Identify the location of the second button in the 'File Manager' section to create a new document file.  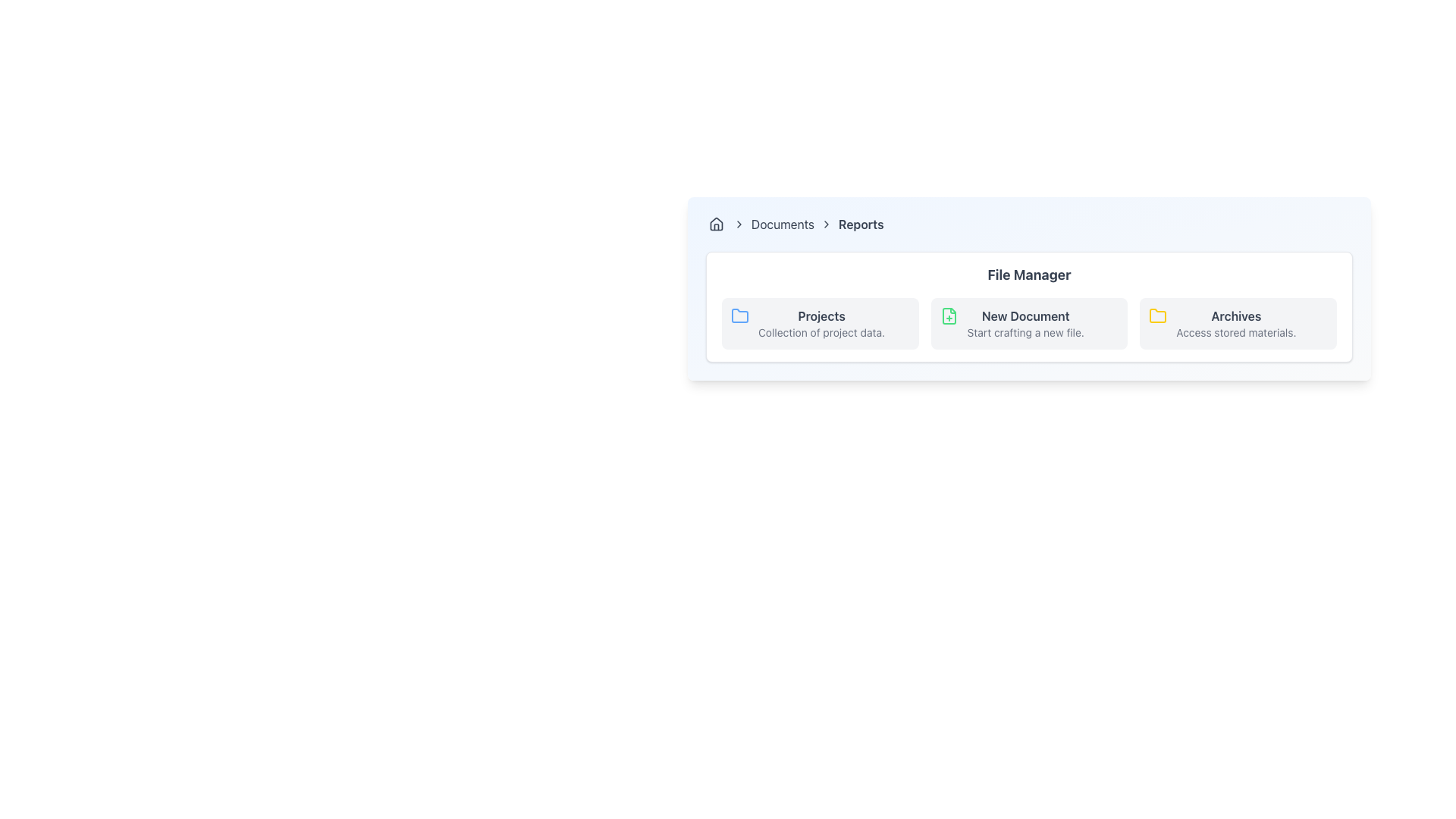
(1029, 323).